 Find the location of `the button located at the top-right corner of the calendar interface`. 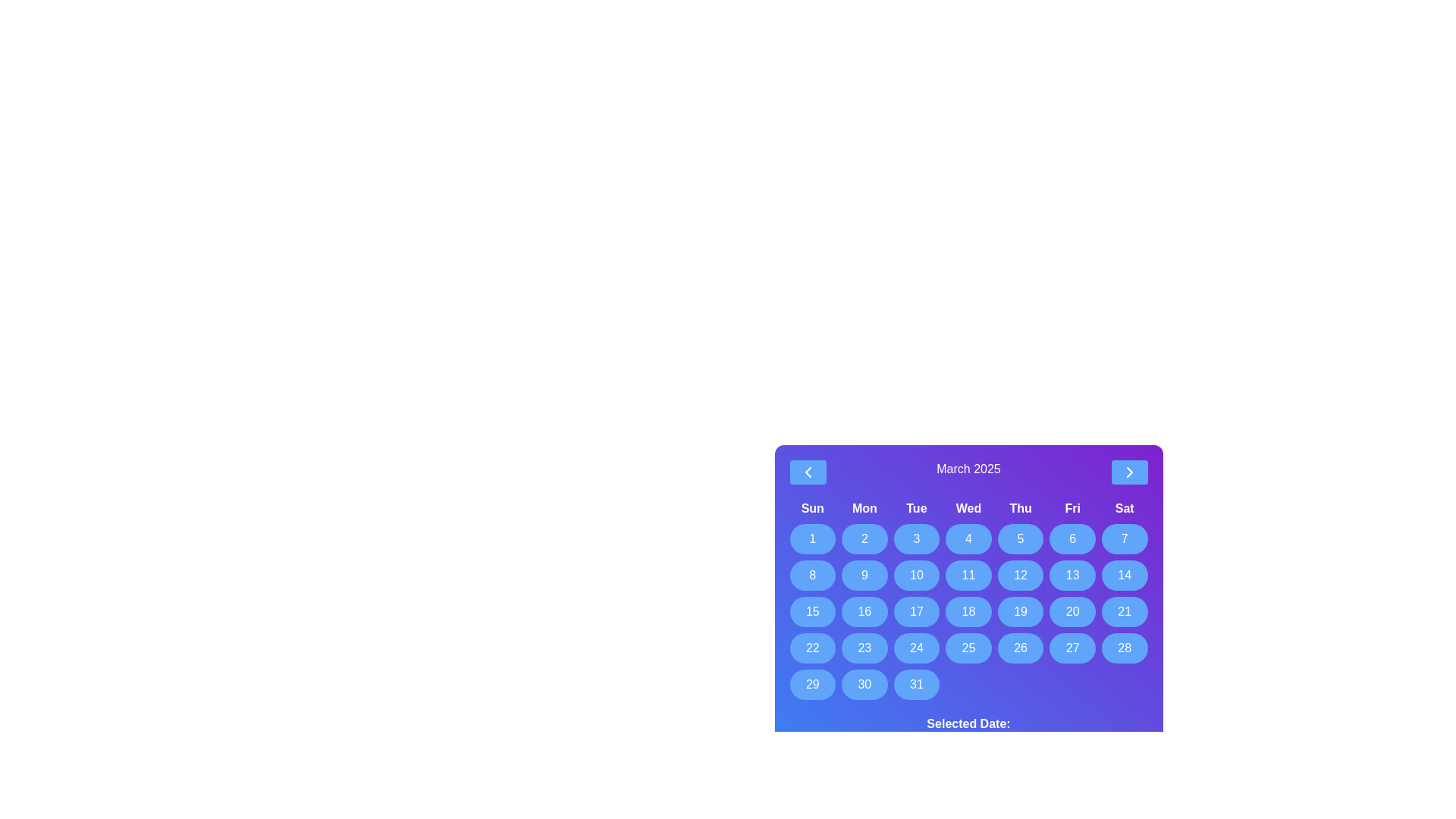

the button located at the top-right corner of the calendar interface is located at coordinates (1129, 472).